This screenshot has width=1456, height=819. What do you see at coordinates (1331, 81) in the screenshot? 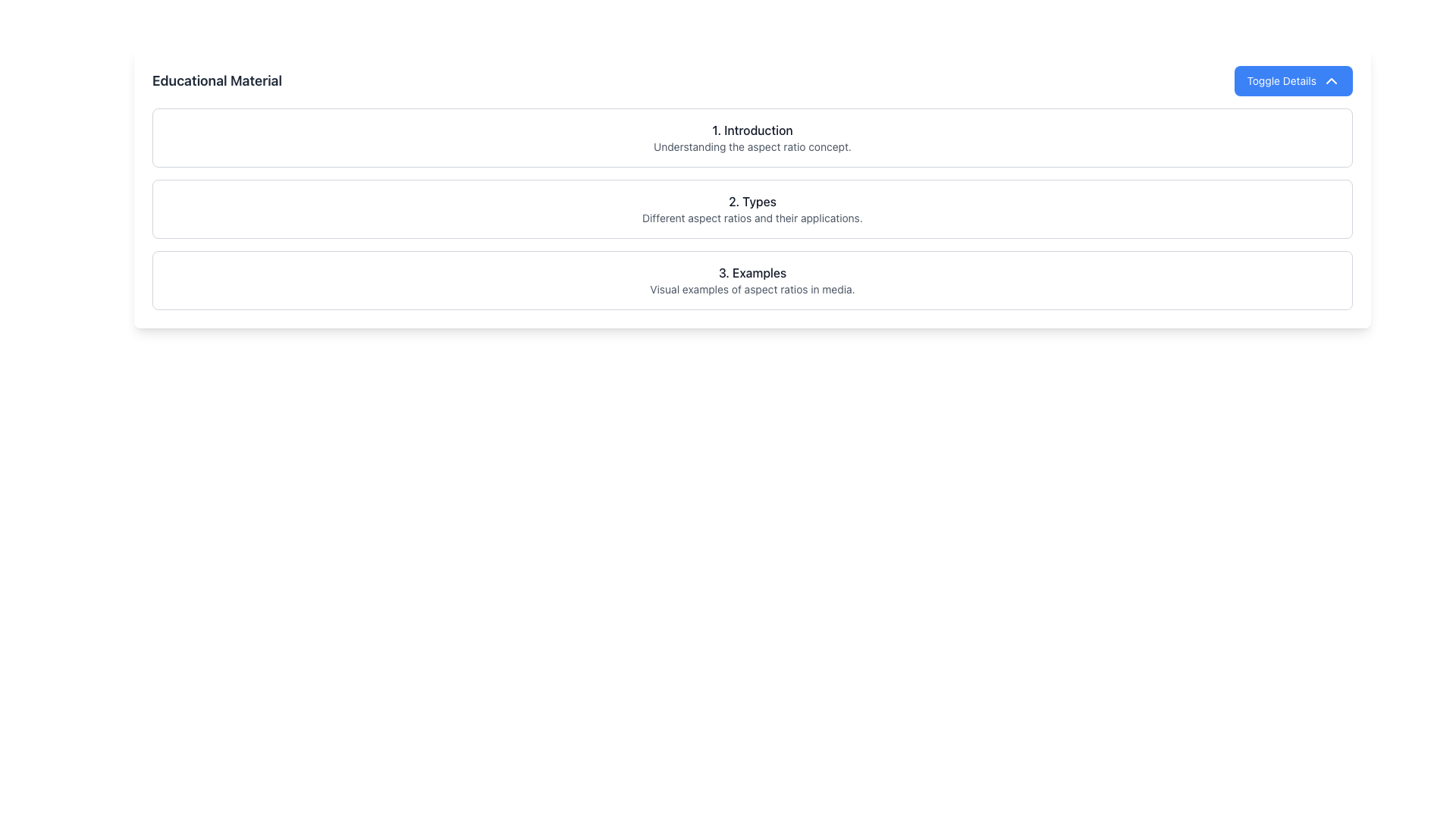
I see `the small chevron-shaped icon located to the right of the 'Toggle Details' label` at bounding box center [1331, 81].